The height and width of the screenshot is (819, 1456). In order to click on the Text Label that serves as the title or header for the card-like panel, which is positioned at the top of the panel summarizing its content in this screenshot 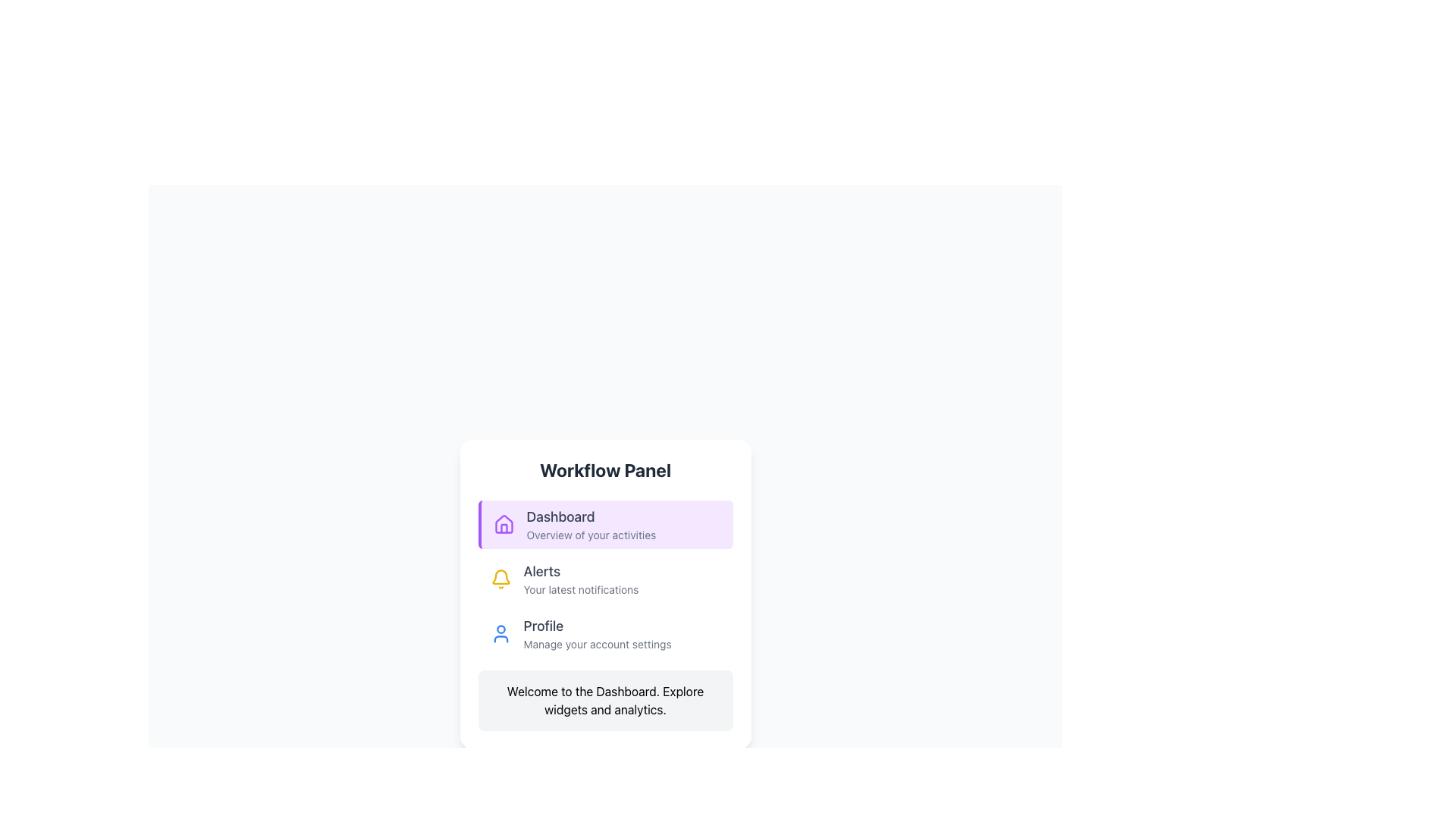, I will do `click(604, 469)`.